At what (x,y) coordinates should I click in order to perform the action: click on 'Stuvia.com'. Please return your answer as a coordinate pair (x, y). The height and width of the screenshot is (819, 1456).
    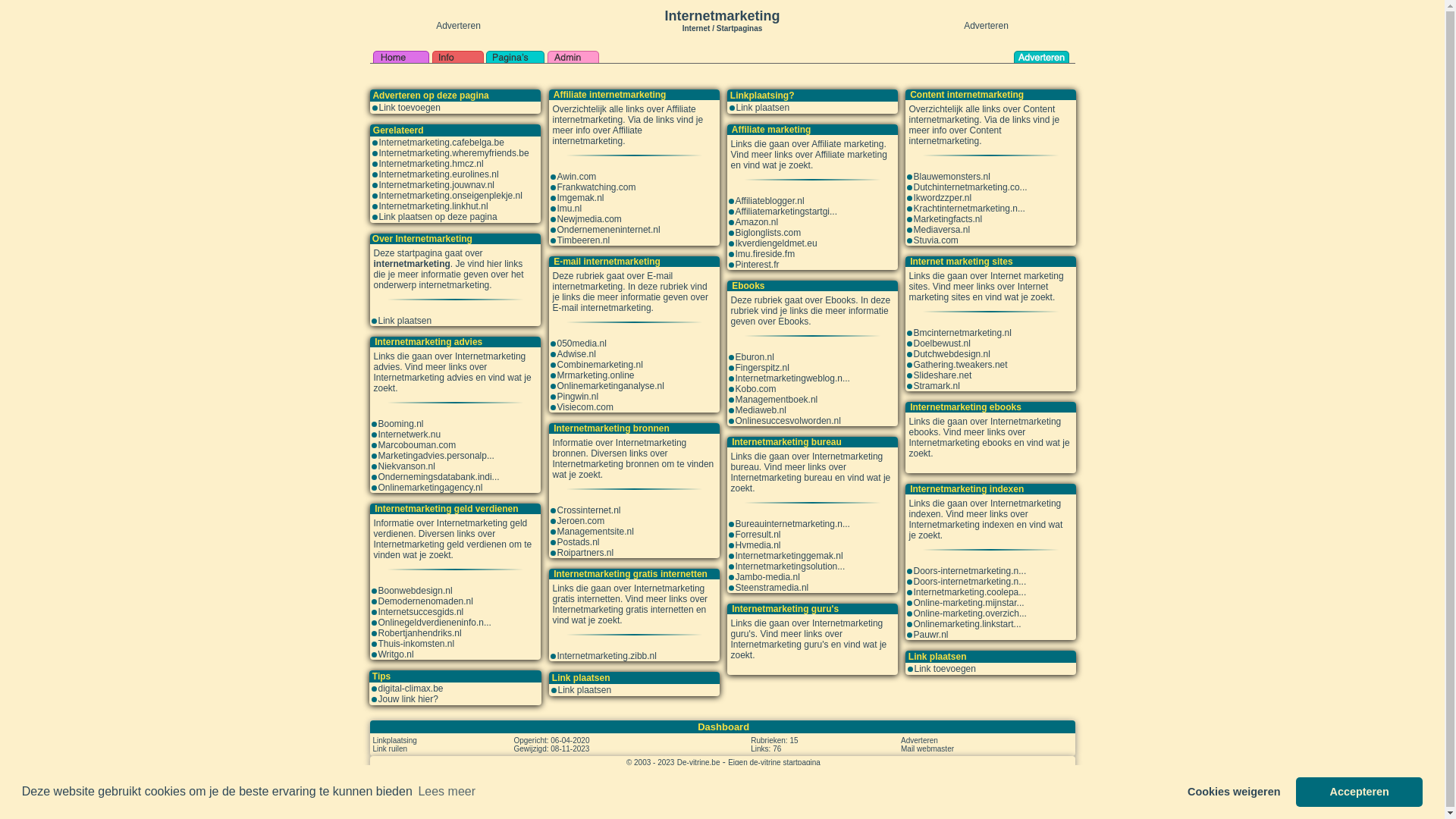
    Looking at the image, I should click on (934, 239).